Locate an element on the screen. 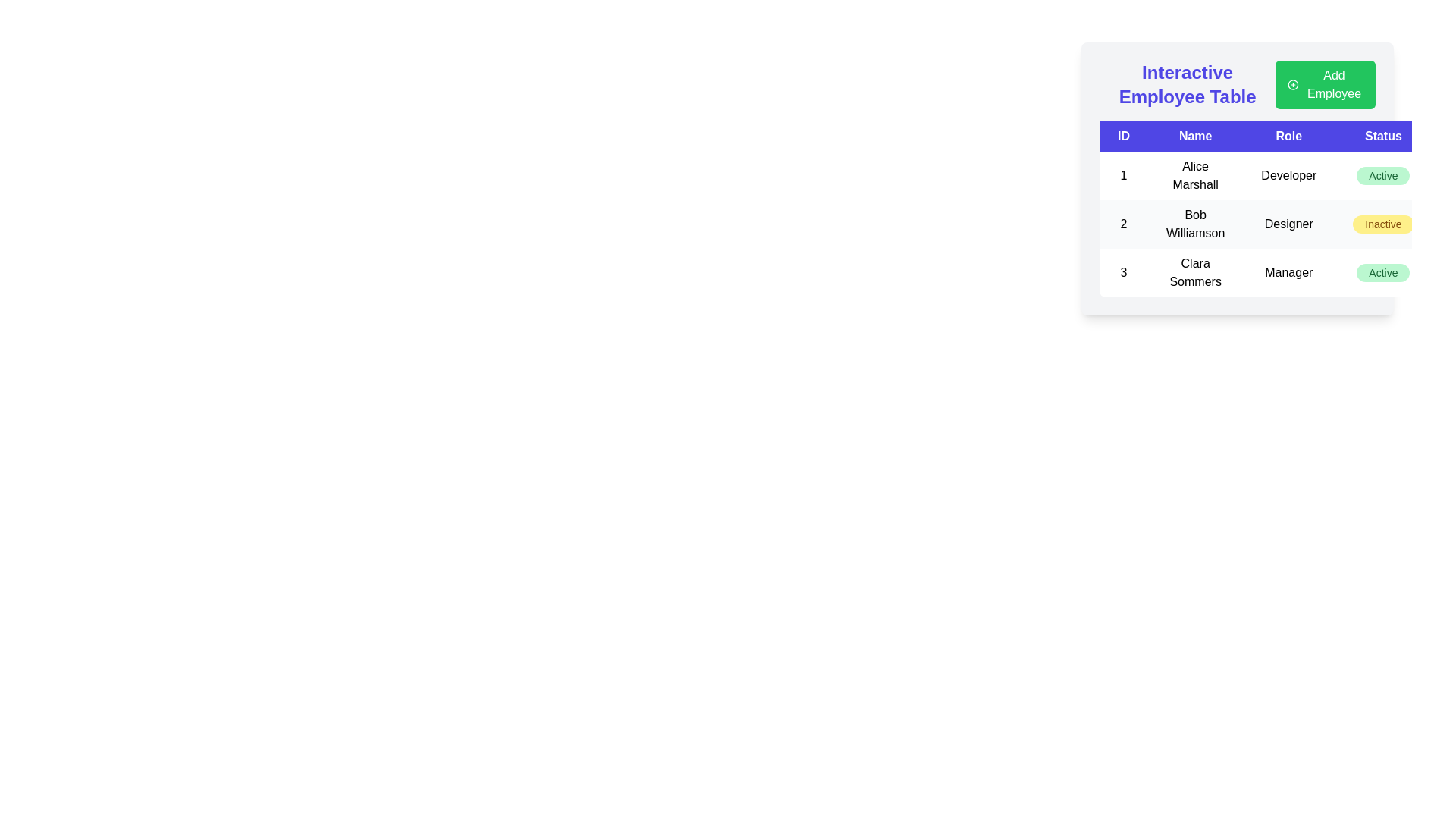 The width and height of the screenshot is (1456, 819). the text label displaying 'Designer' in the 'Role' column of the 'Interactive Employee Table' for 'Bob Williamson' is located at coordinates (1288, 224).